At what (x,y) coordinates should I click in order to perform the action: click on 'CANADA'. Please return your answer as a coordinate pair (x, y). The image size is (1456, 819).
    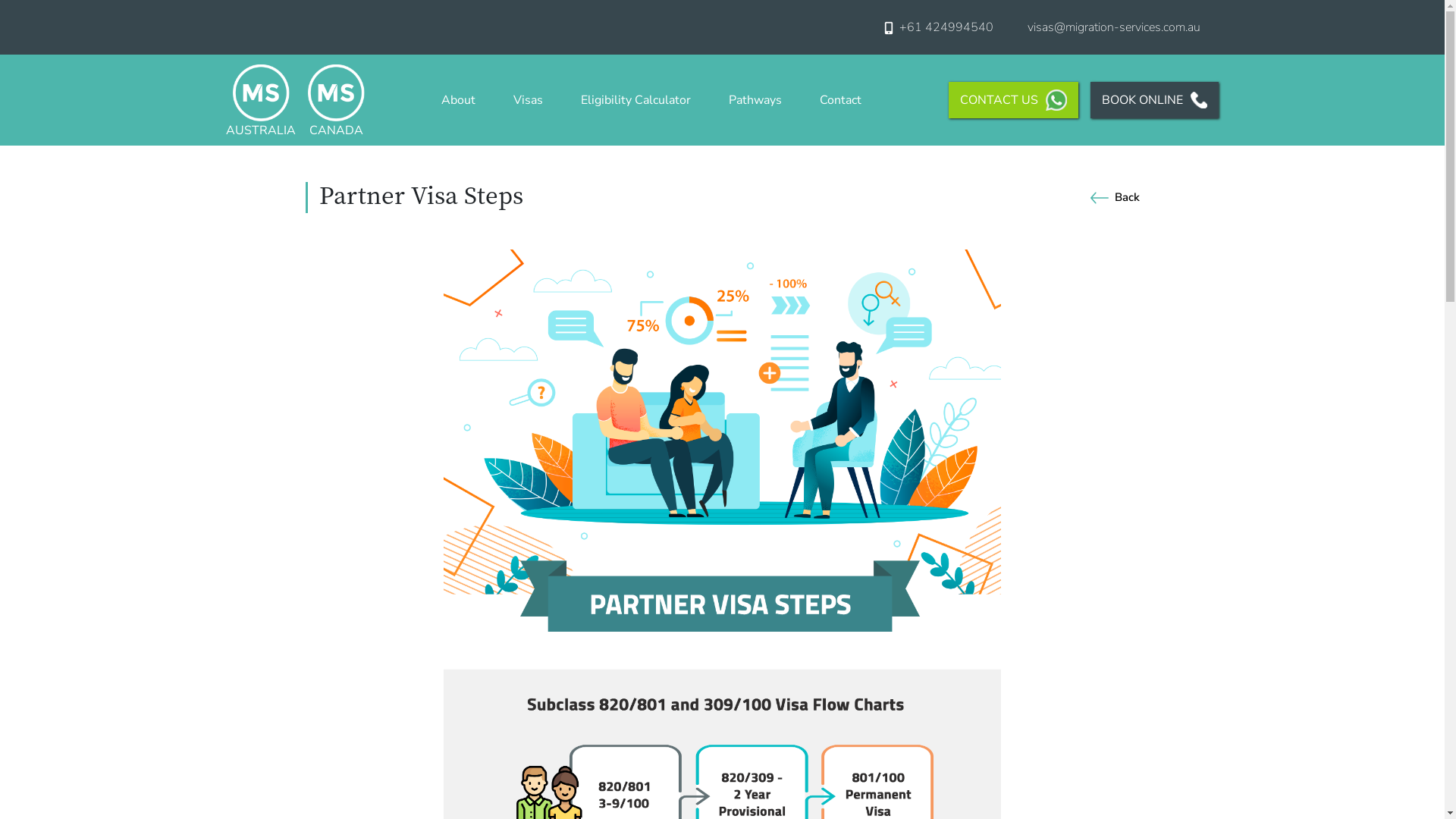
    Looking at the image, I should click on (307, 99).